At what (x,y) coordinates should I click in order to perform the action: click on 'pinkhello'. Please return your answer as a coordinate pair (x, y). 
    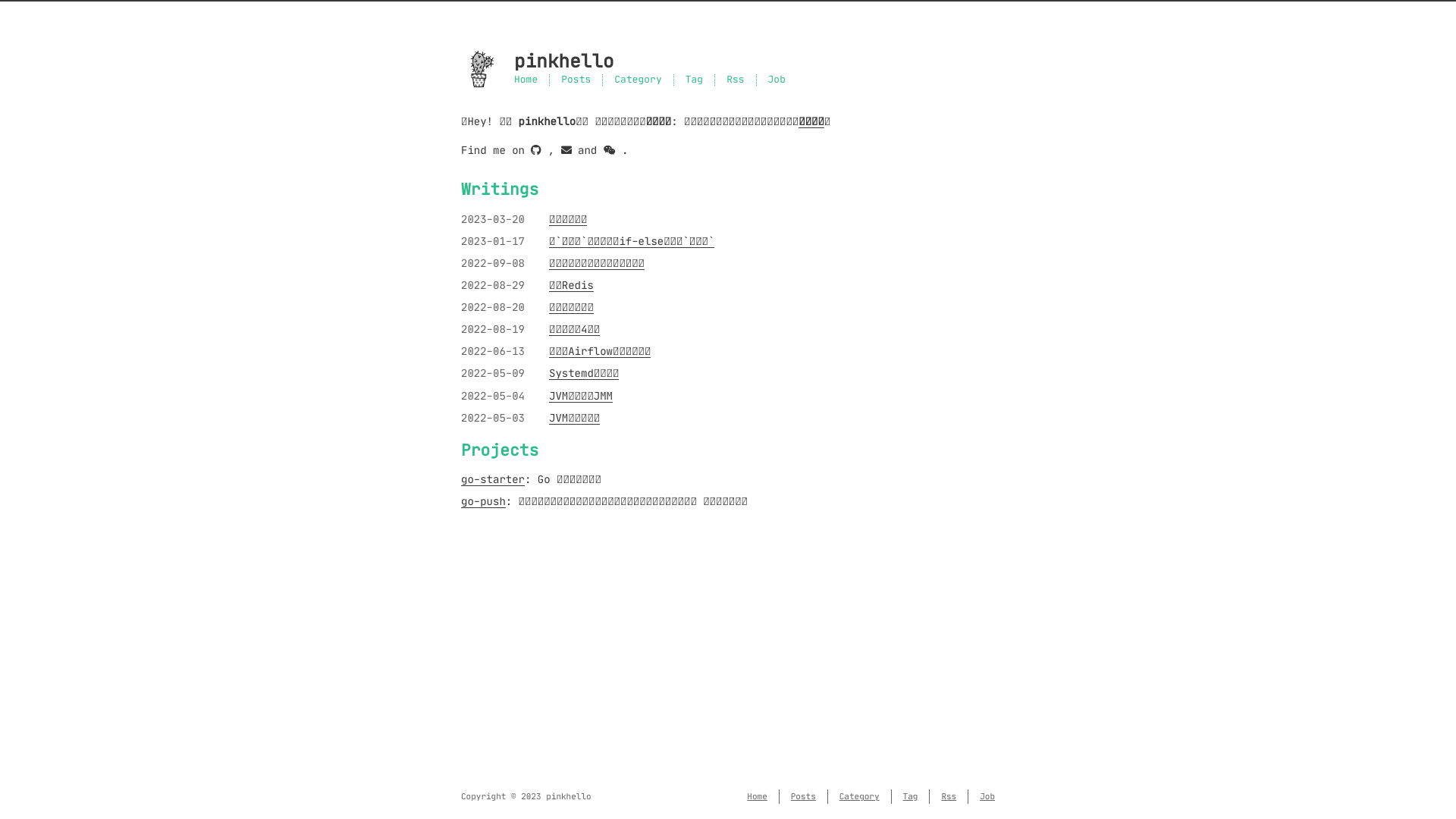
    Looking at the image, I should click on (728, 61).